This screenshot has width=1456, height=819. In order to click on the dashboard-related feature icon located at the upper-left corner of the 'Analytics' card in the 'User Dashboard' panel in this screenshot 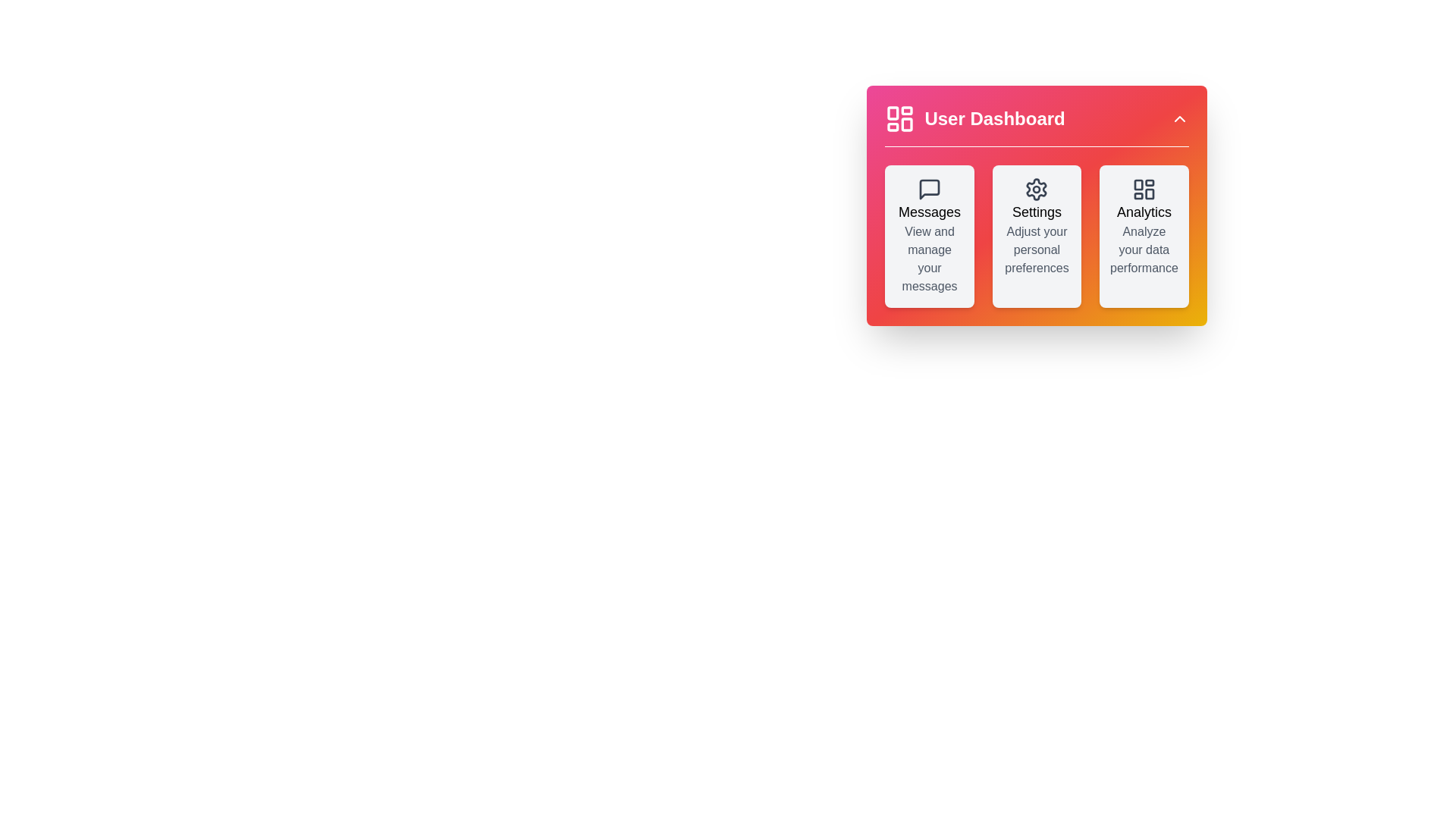, I will do `click(1144, 189)`.